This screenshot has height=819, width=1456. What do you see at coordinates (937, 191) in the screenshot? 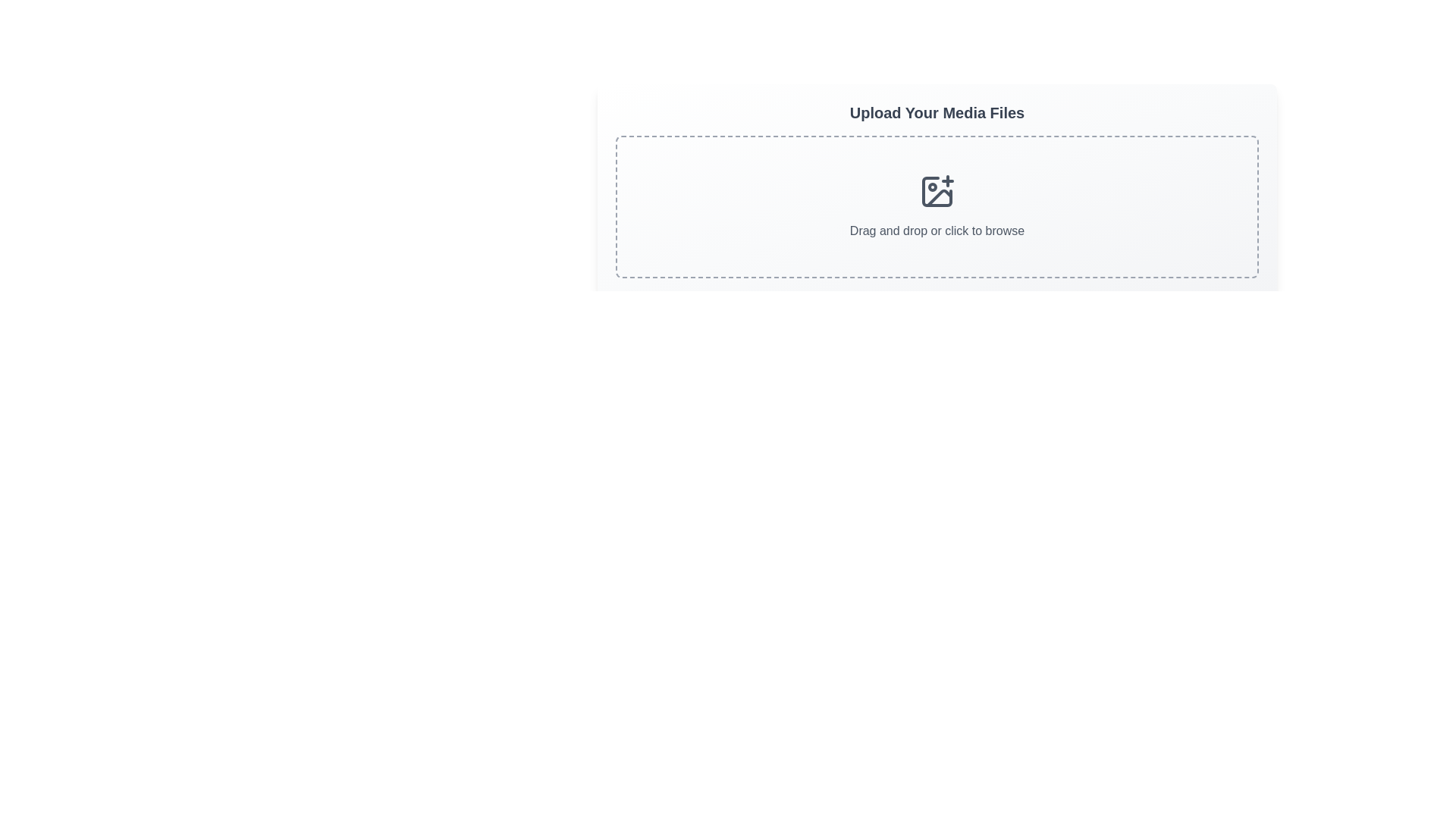
I see `the file upload icon, which features a '+' symbol in the top right corner, to initiate the file upload process` at bounding box center [937, 191].